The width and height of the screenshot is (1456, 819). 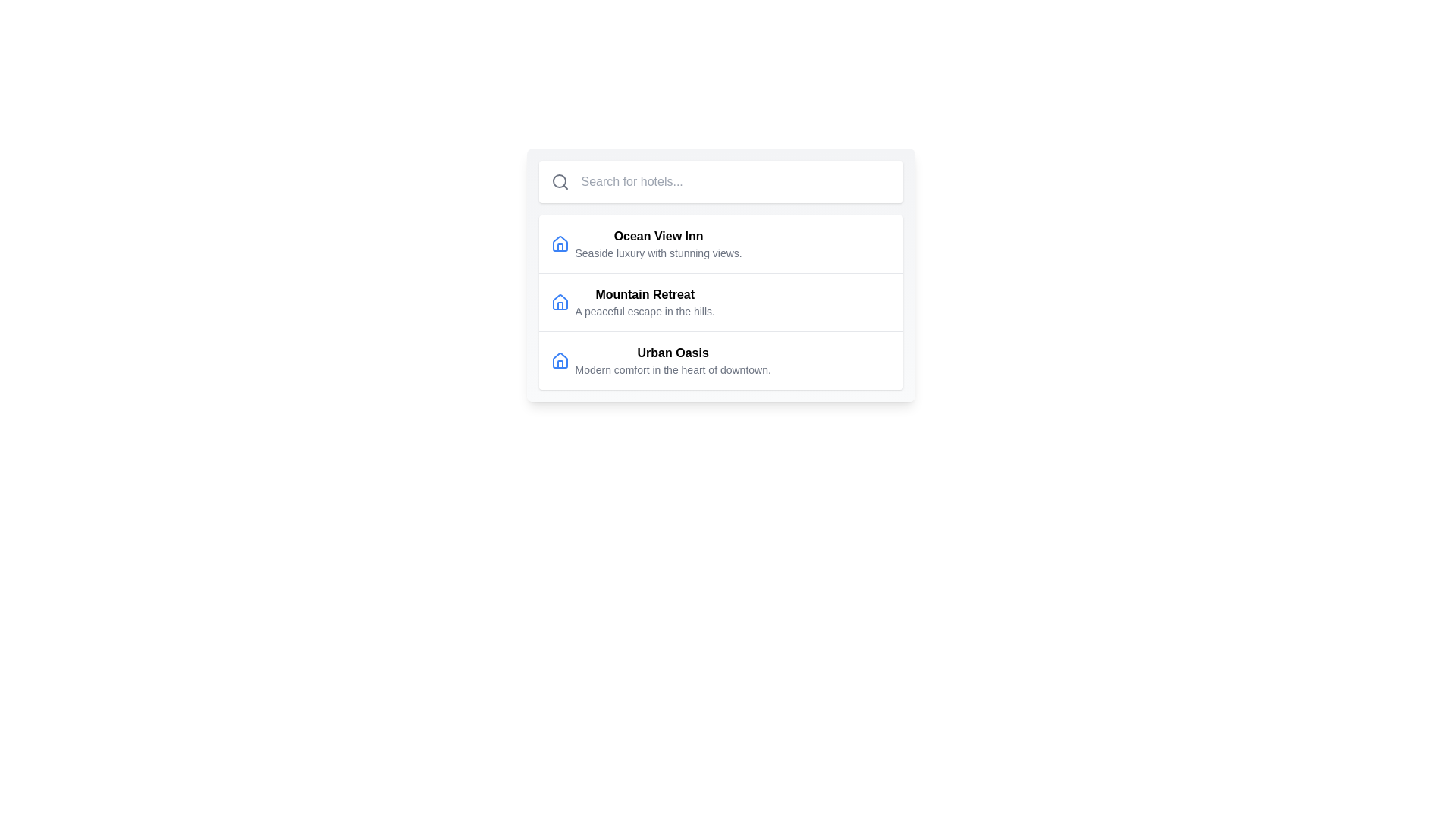 I want to click on the icon representing the property listing for 'Mountain Retreat A peaceful escape in the hills.', located in the second list item, so click(x=559, y=302).